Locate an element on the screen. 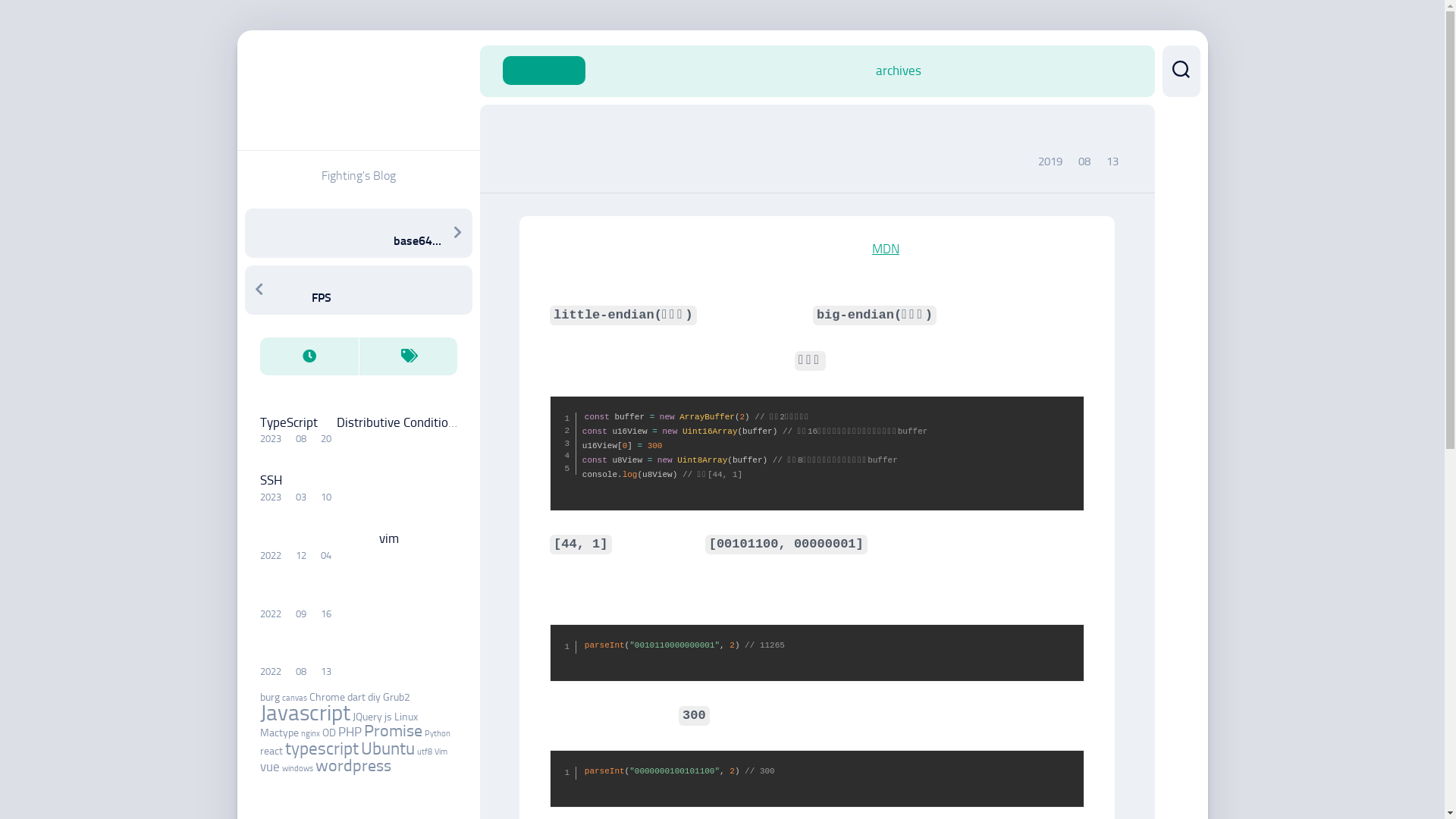 Image resolution: width=1456 pixels, height=819 pixels. 'utf8' is located at coordinates (425, 752).